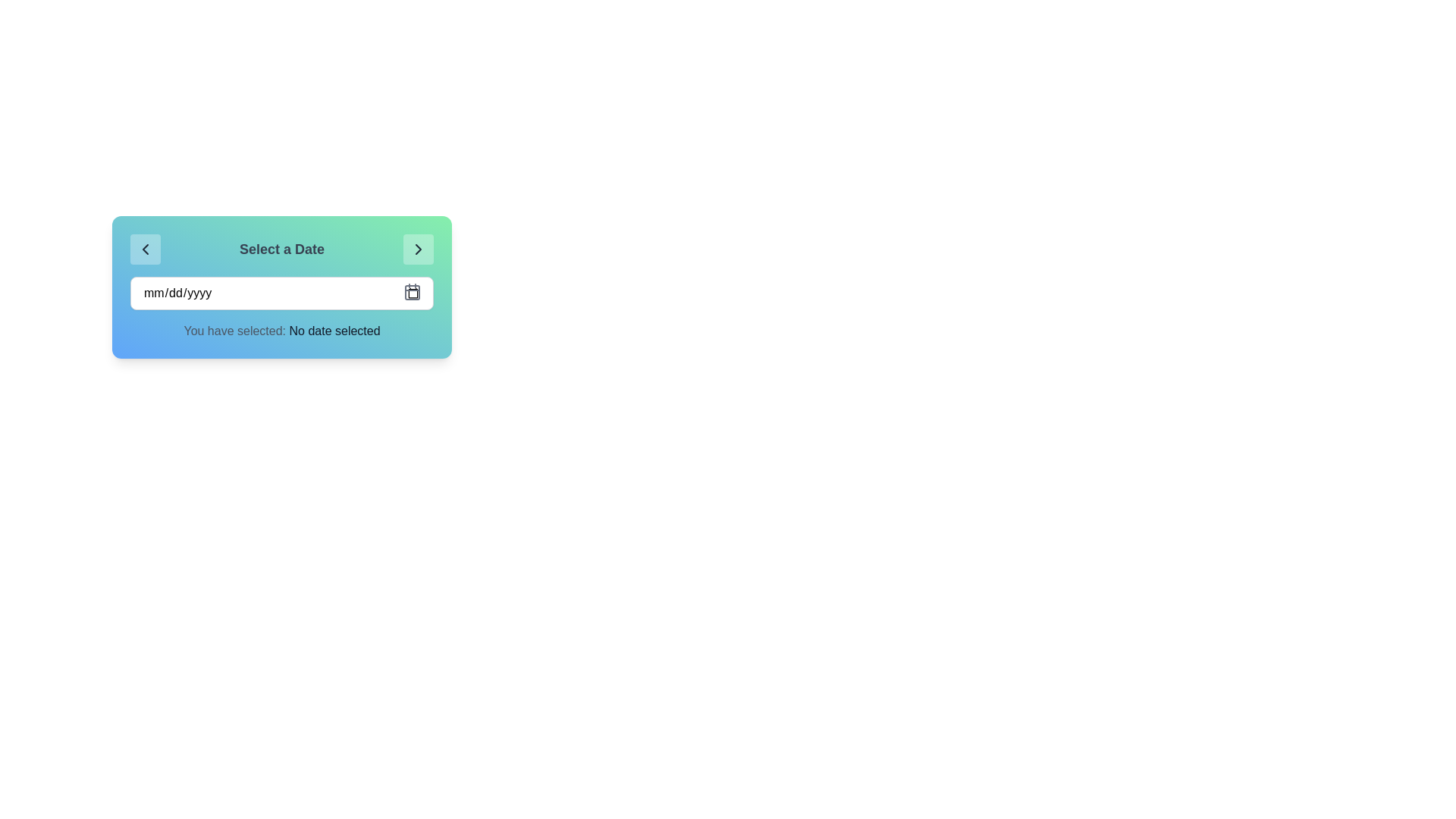 The image size is (1456, 819). I want to click on the header labeled 'Select a Date', which is prominently displayed in bold, large font at the top of the date-picker interface, so click(282, 248).